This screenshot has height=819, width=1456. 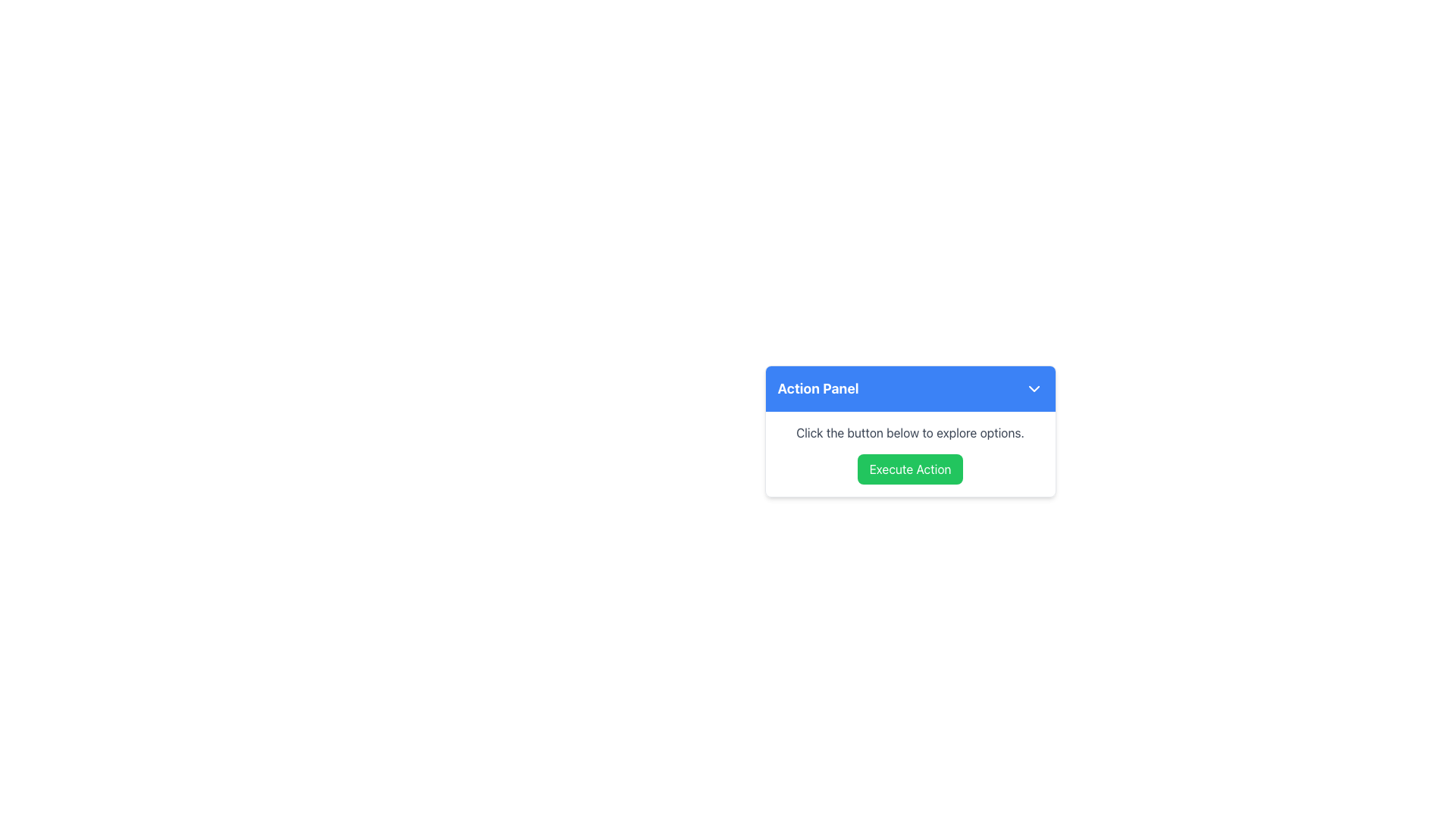 What do you see at coordinates (910, 431) in the screenshot?
I see `the 'Action Panel', which features a blue header with the title 'Action Panel' and a green button labeled 'Execute Action' at the bottom` at bounding box center [910, 431].